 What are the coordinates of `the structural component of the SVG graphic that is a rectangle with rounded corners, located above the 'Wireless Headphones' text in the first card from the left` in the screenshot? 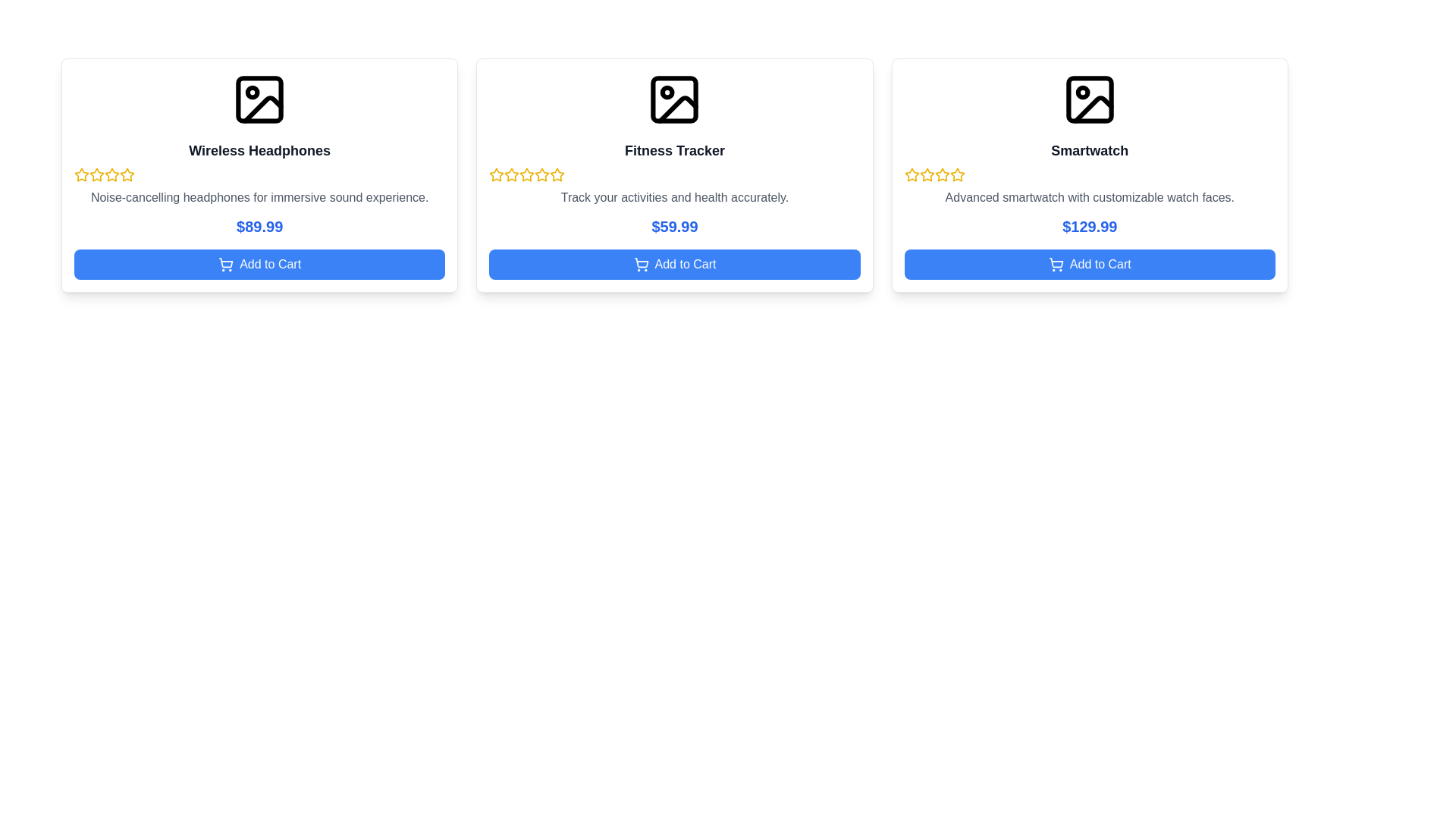 It's located at (259, 99).